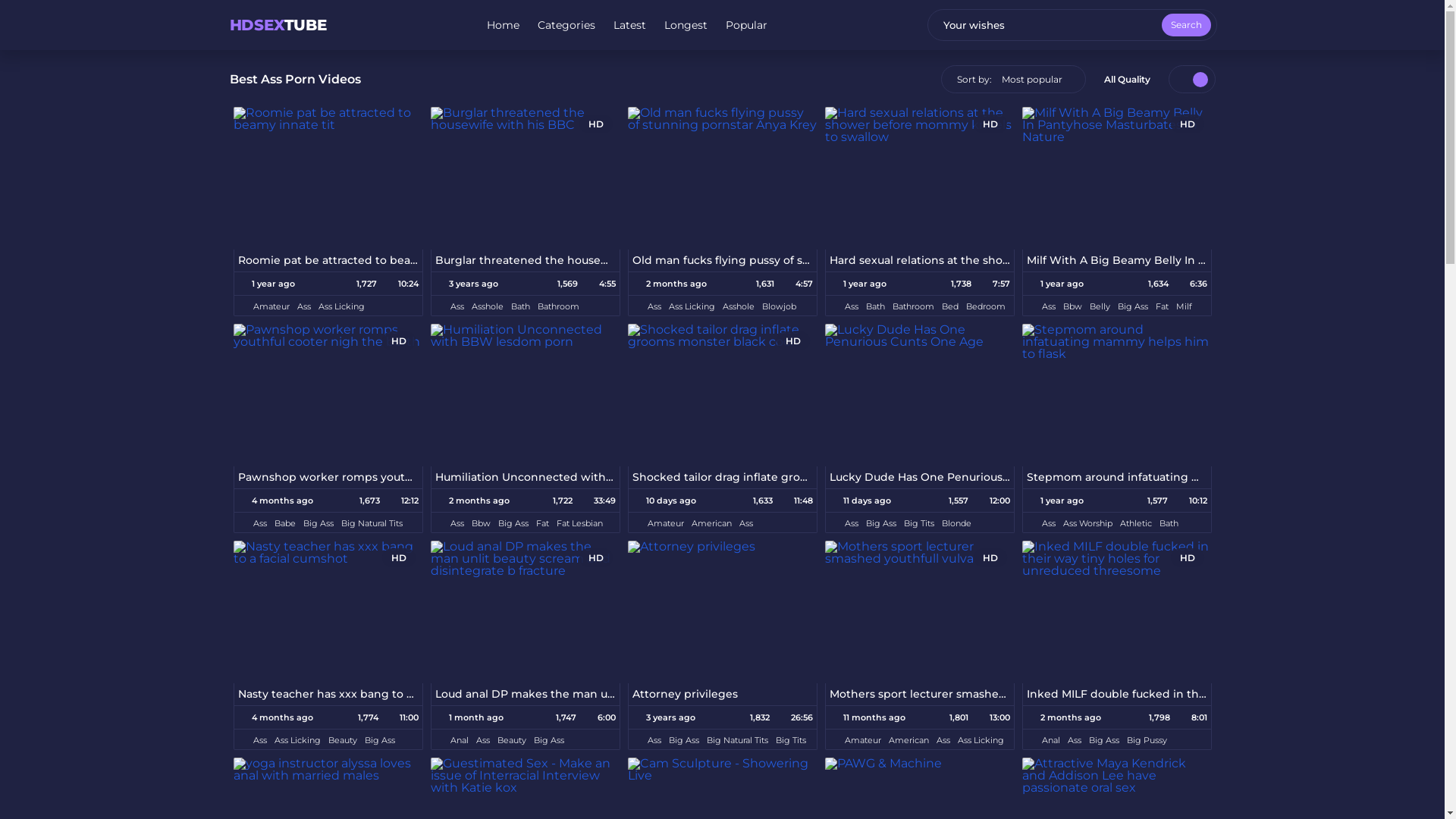 This screenshot has height=819, width=1456. Describe the element at coordinates (303, 522) in the screenshot. I see `'Big Ass'` at that location.